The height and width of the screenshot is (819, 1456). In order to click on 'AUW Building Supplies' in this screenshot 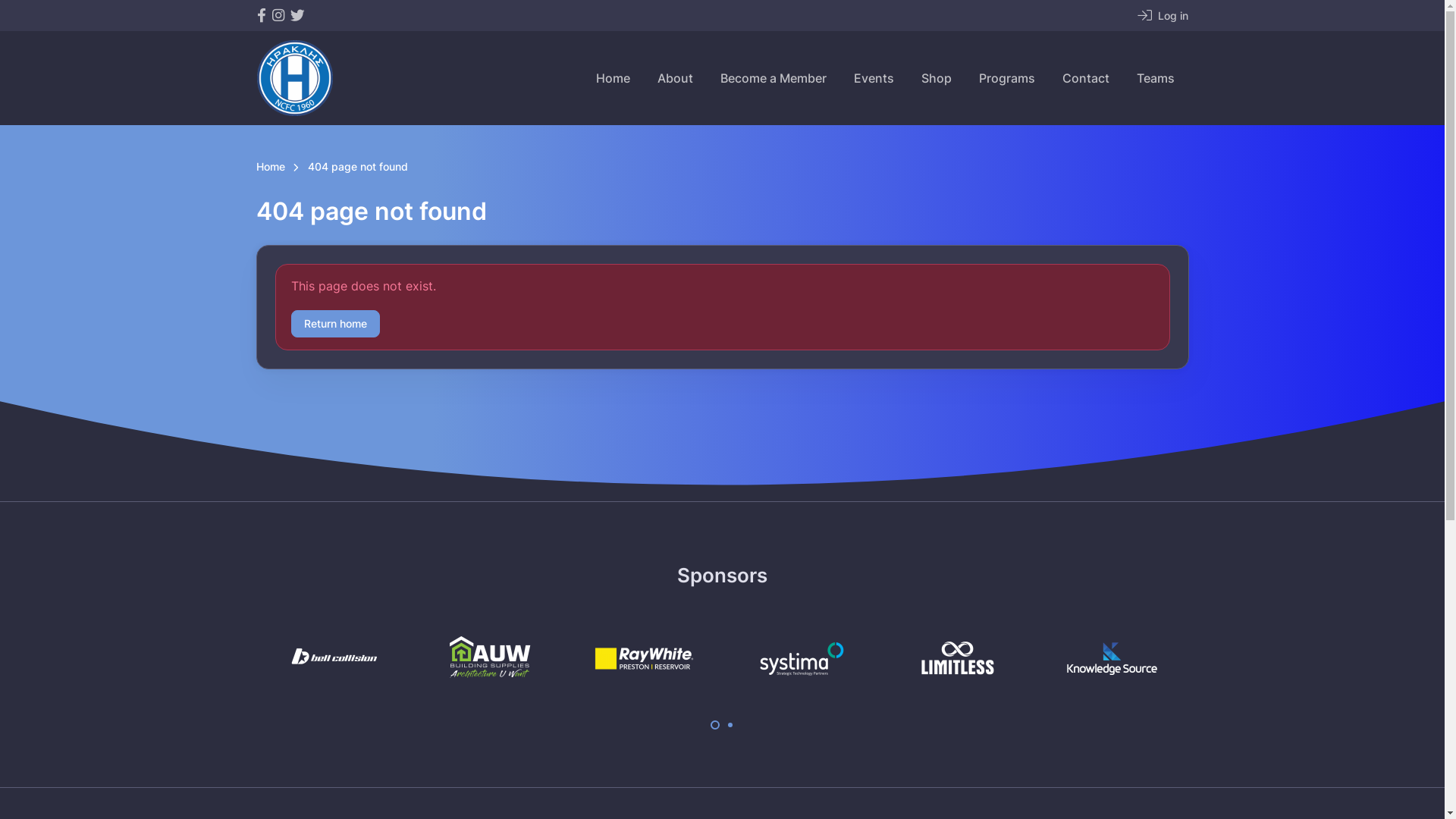, I will do `click(488, 657)`.